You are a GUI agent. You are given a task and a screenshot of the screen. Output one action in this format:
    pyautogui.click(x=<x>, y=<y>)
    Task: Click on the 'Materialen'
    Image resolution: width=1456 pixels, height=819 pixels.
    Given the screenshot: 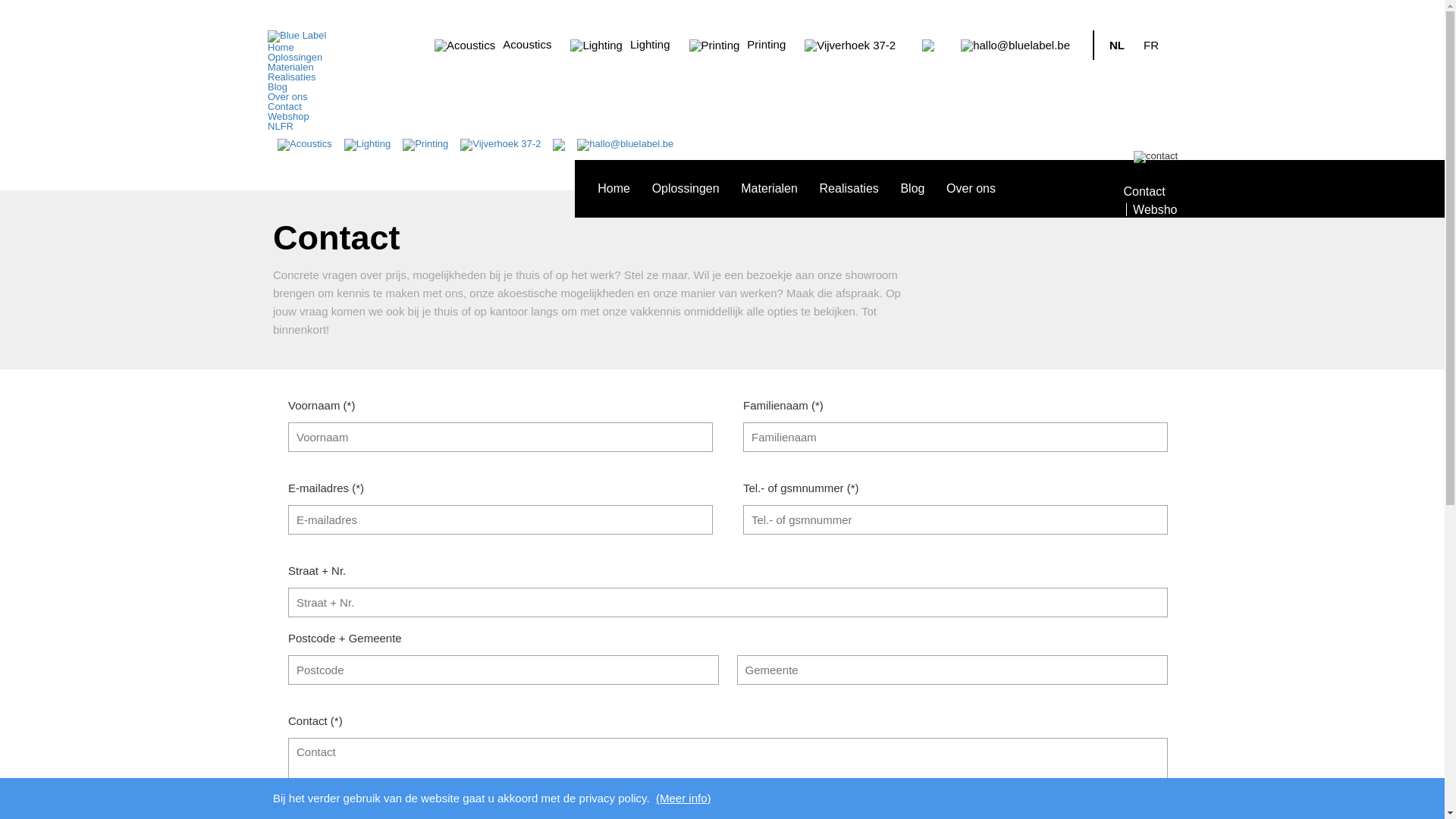 What is the action you would take?
    pyautogui.click(x=268, y=66)
    